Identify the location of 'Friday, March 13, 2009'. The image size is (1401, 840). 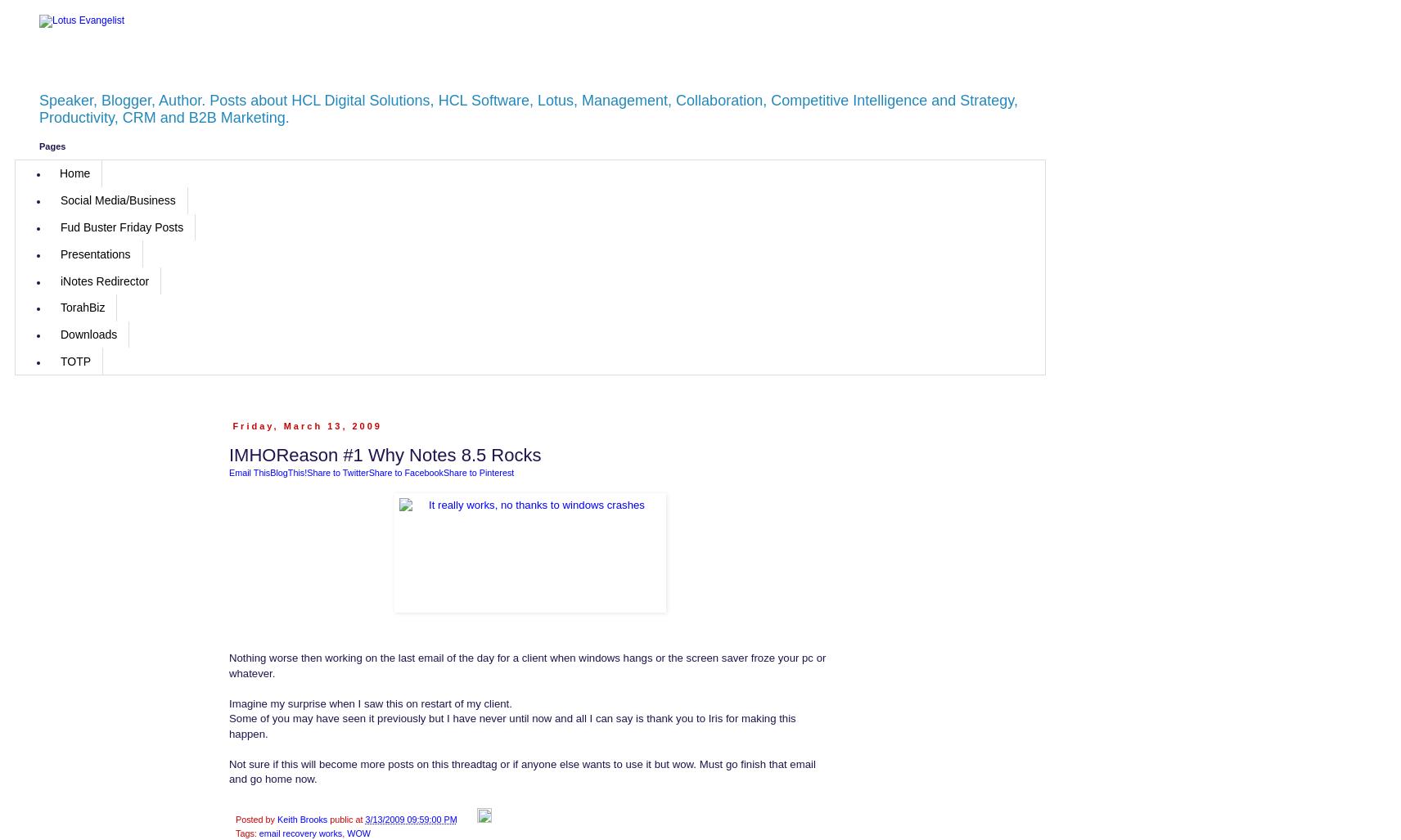
(306, 424).